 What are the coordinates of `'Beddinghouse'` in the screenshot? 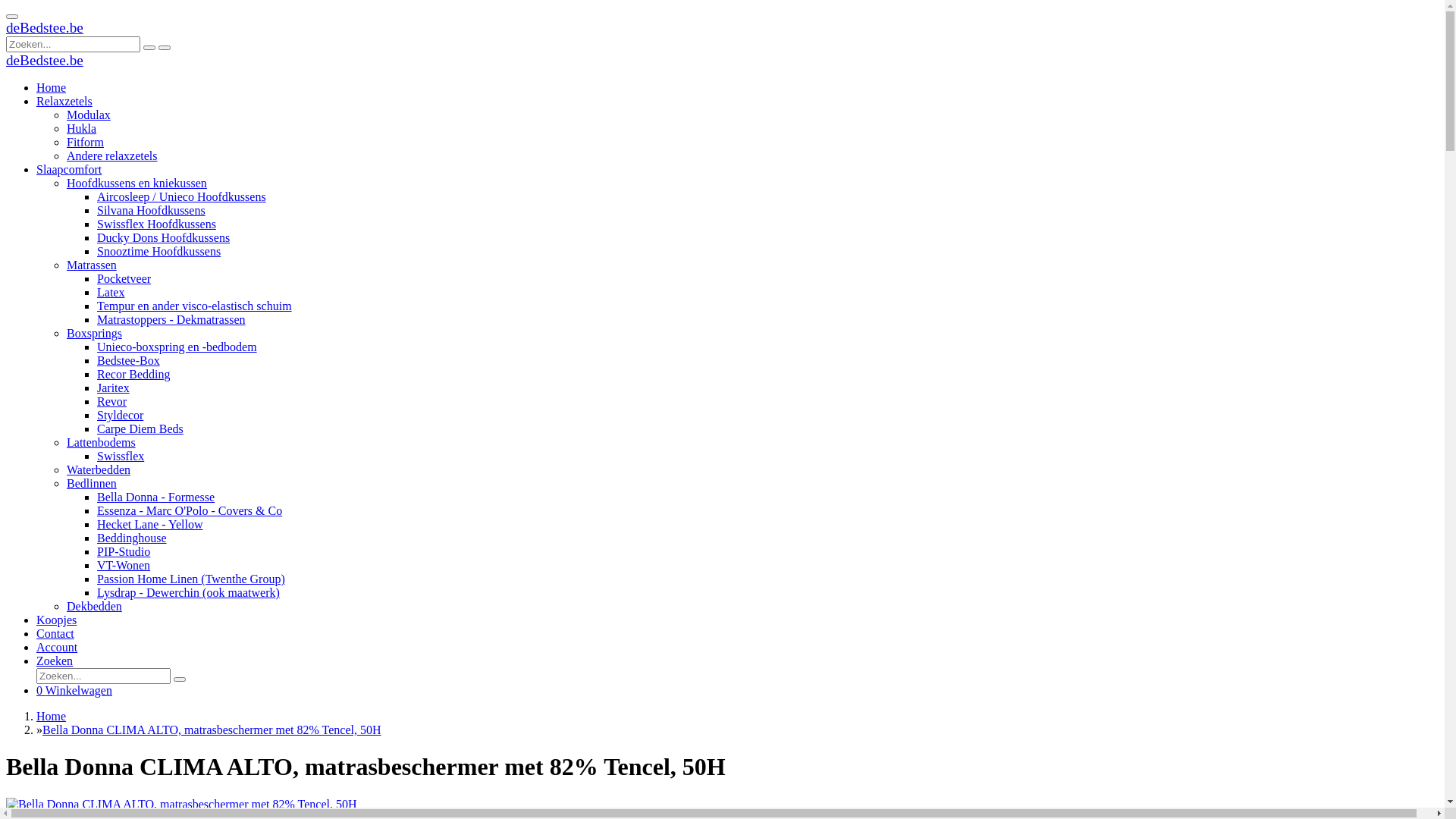 It's located at (131, 537).